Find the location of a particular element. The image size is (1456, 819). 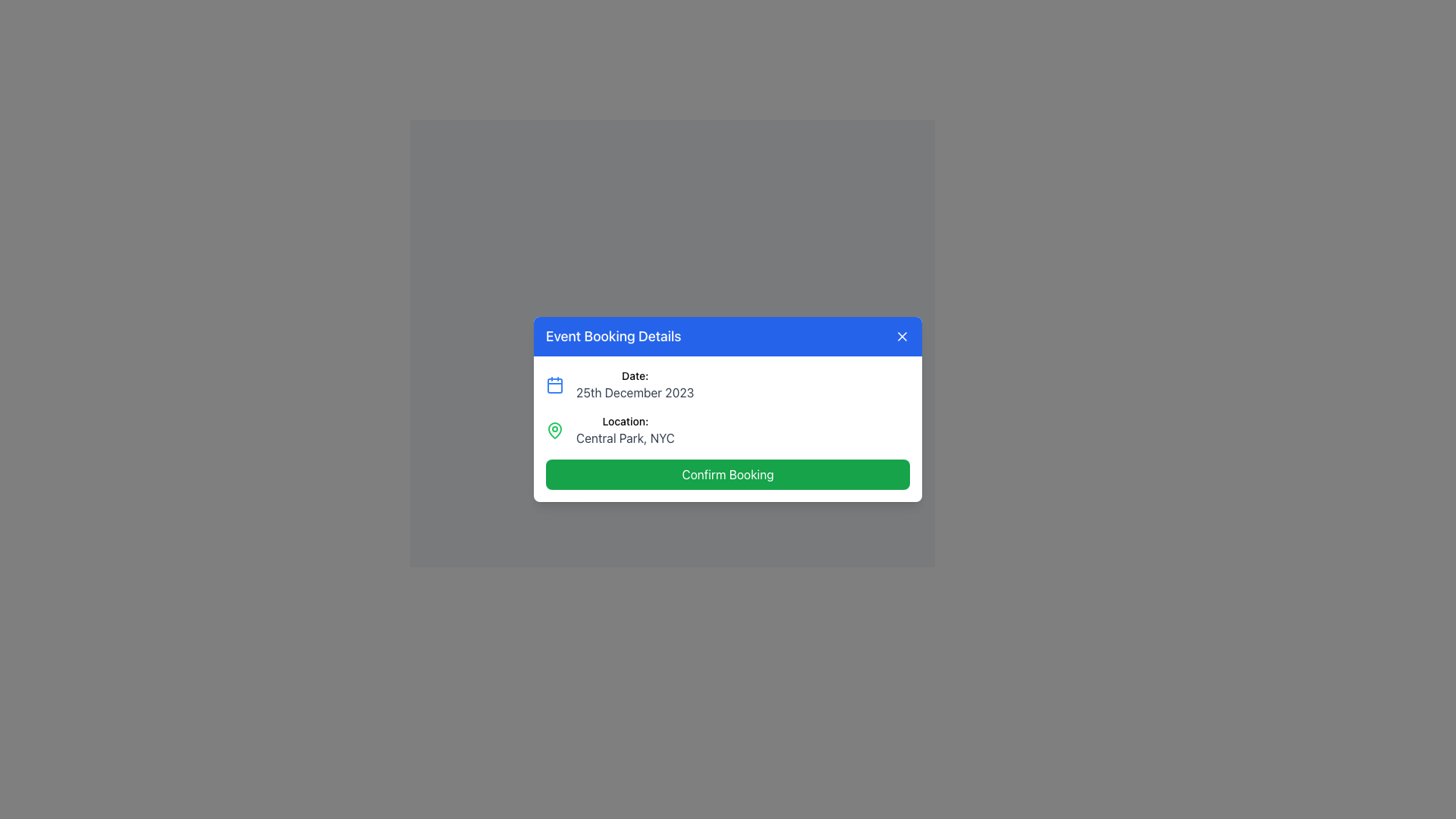

the Text Label in the header section of the modal dialog that informs the user about event booking details is located at coordinates (613, 335).